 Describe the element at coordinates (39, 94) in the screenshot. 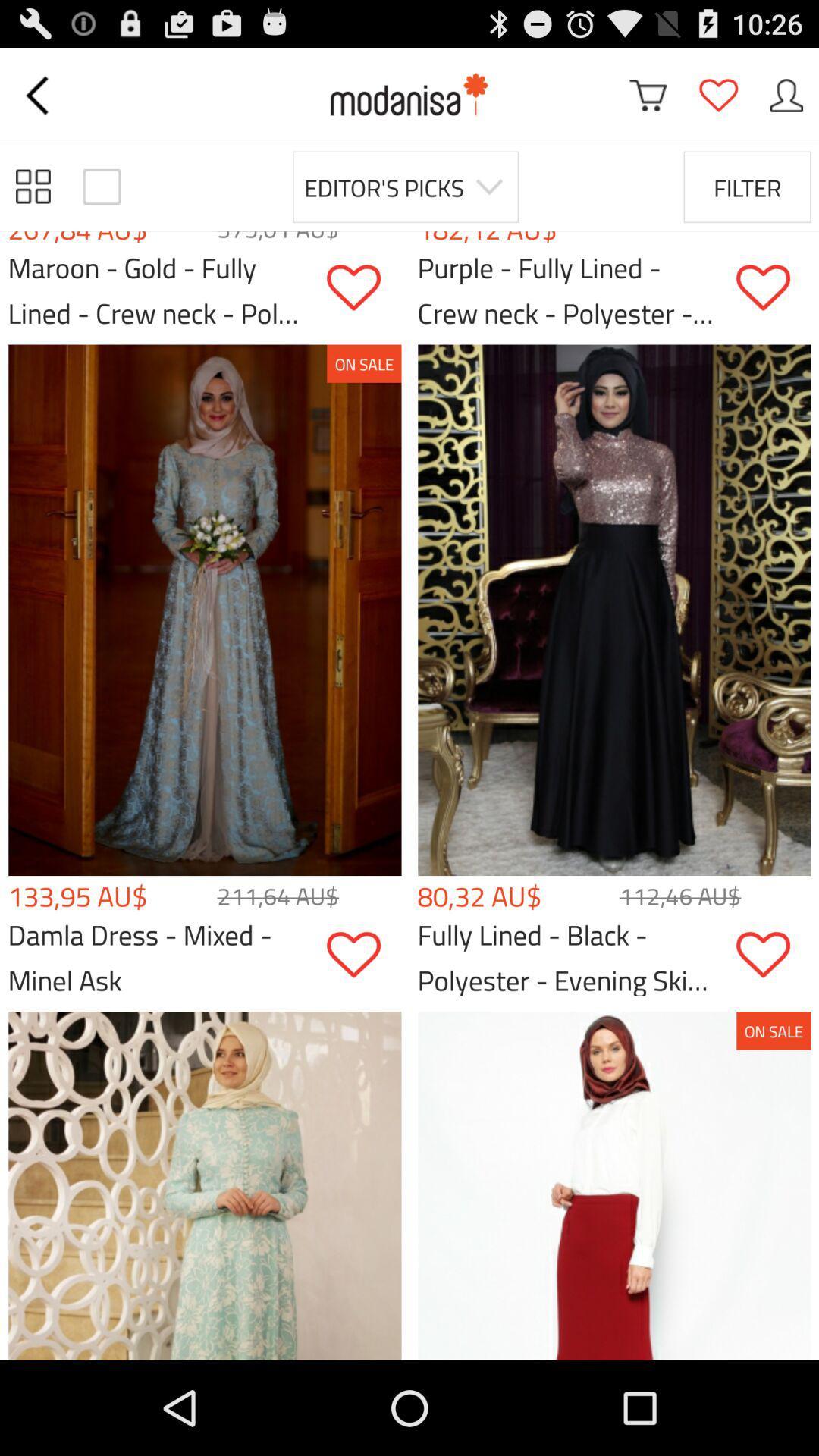

I see `go back` at that location.